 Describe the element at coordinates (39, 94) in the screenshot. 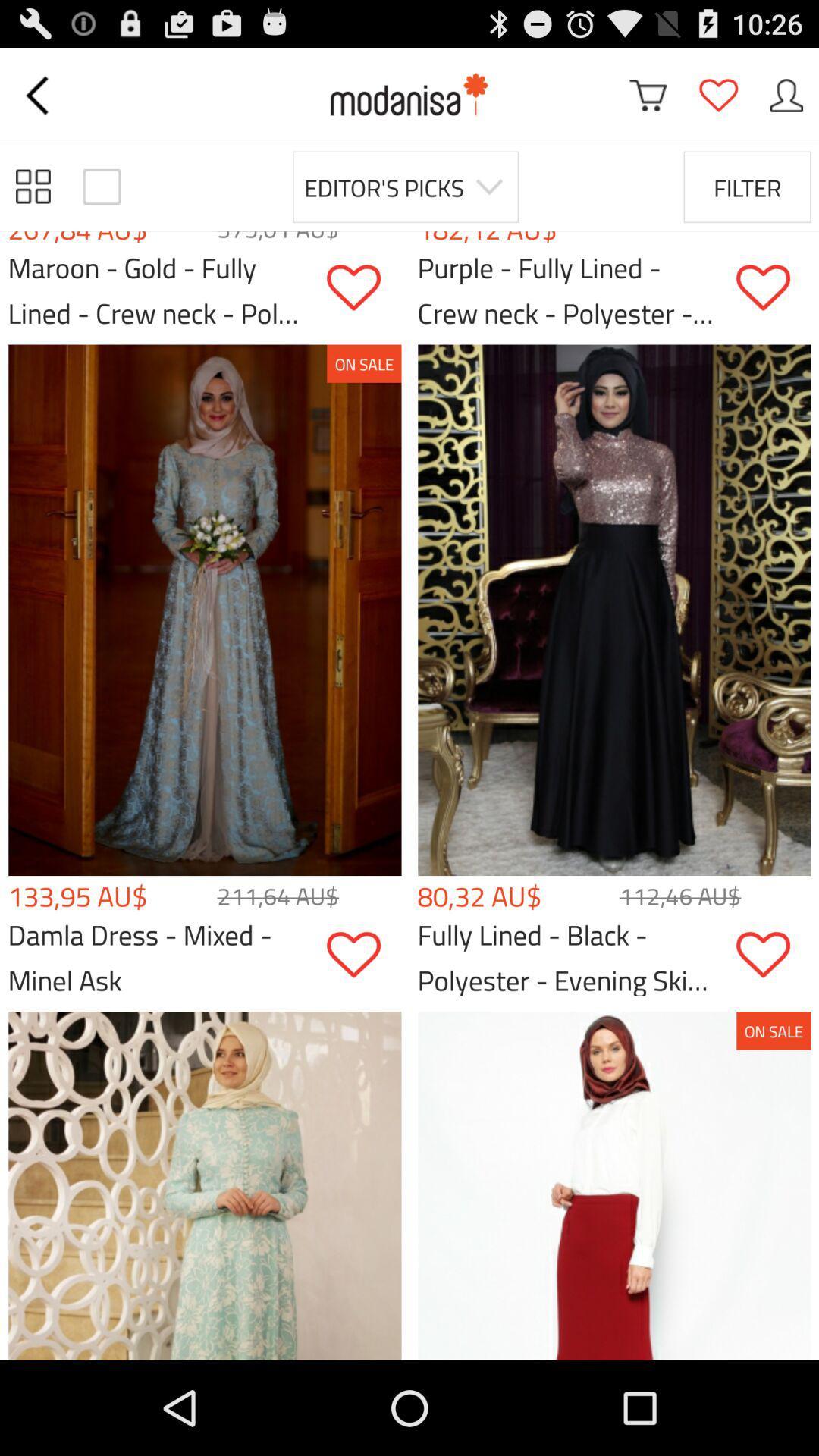

I see `go back` at that location.